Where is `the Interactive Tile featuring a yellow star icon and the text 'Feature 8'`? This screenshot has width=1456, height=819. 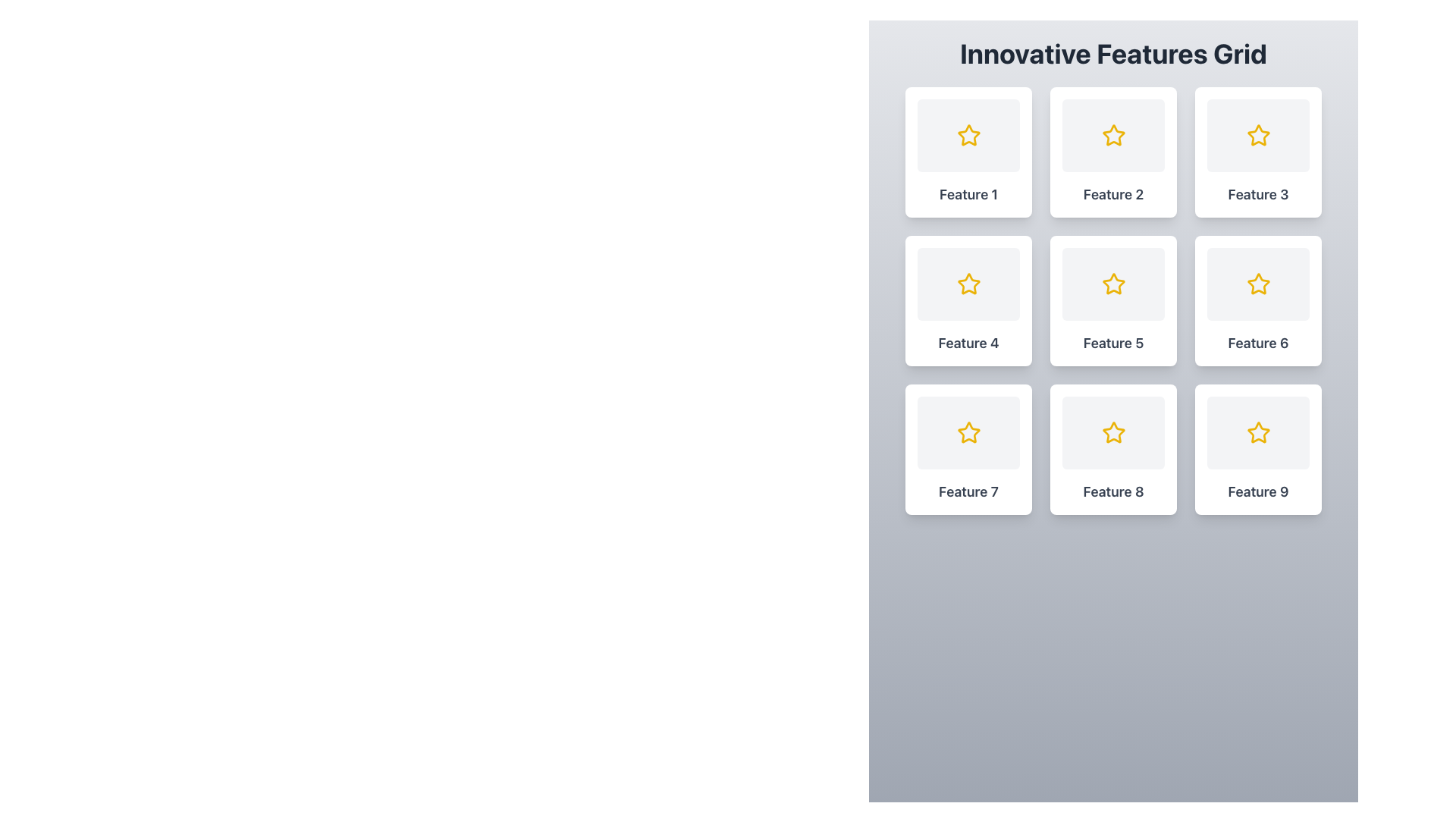
the Interactive Tile featuring a yellow star icon and the text 'Feature 8' is located at coordinates (1113, 449).